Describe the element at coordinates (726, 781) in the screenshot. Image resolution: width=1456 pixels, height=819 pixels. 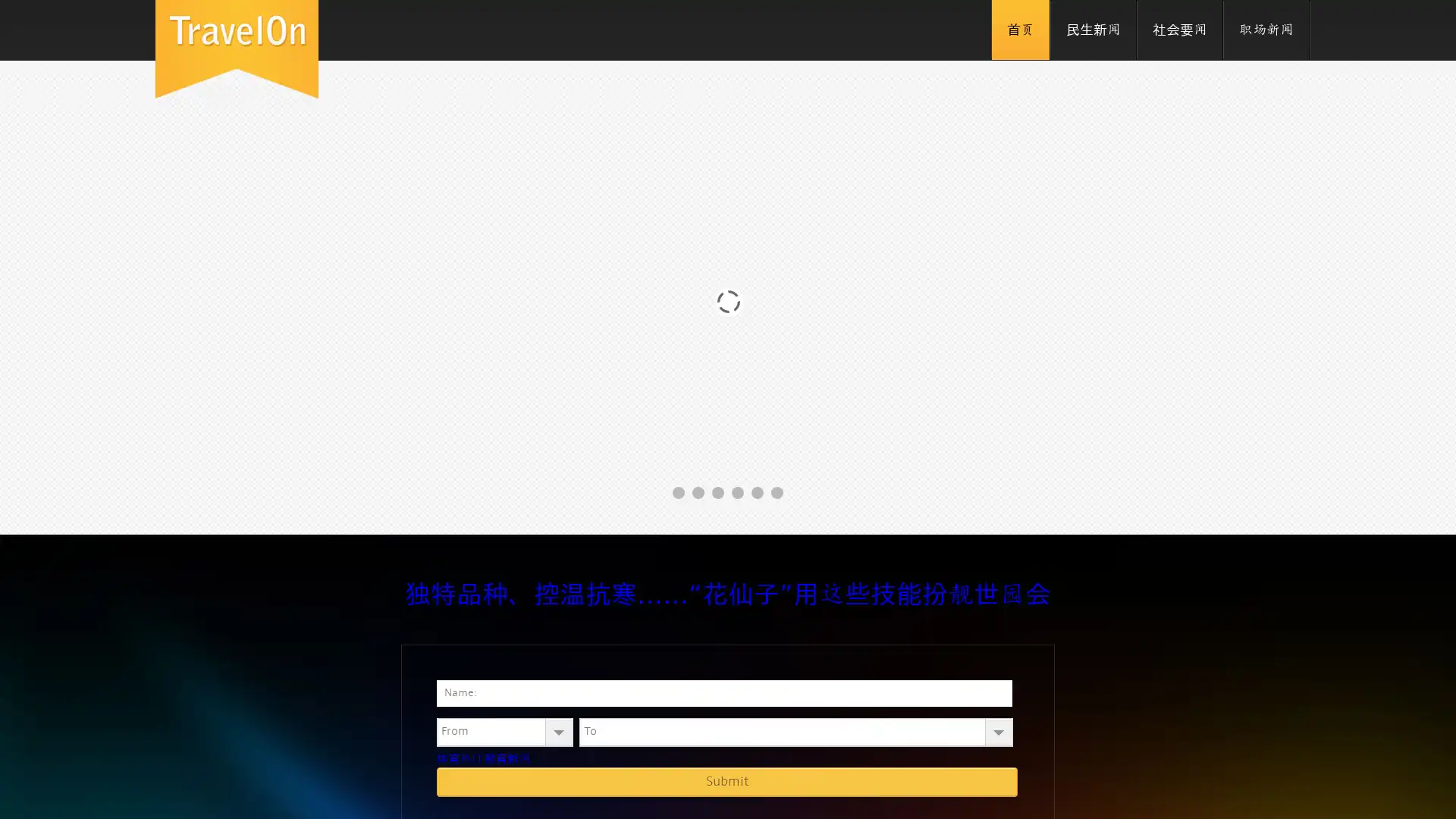
I see `submit` at that location.